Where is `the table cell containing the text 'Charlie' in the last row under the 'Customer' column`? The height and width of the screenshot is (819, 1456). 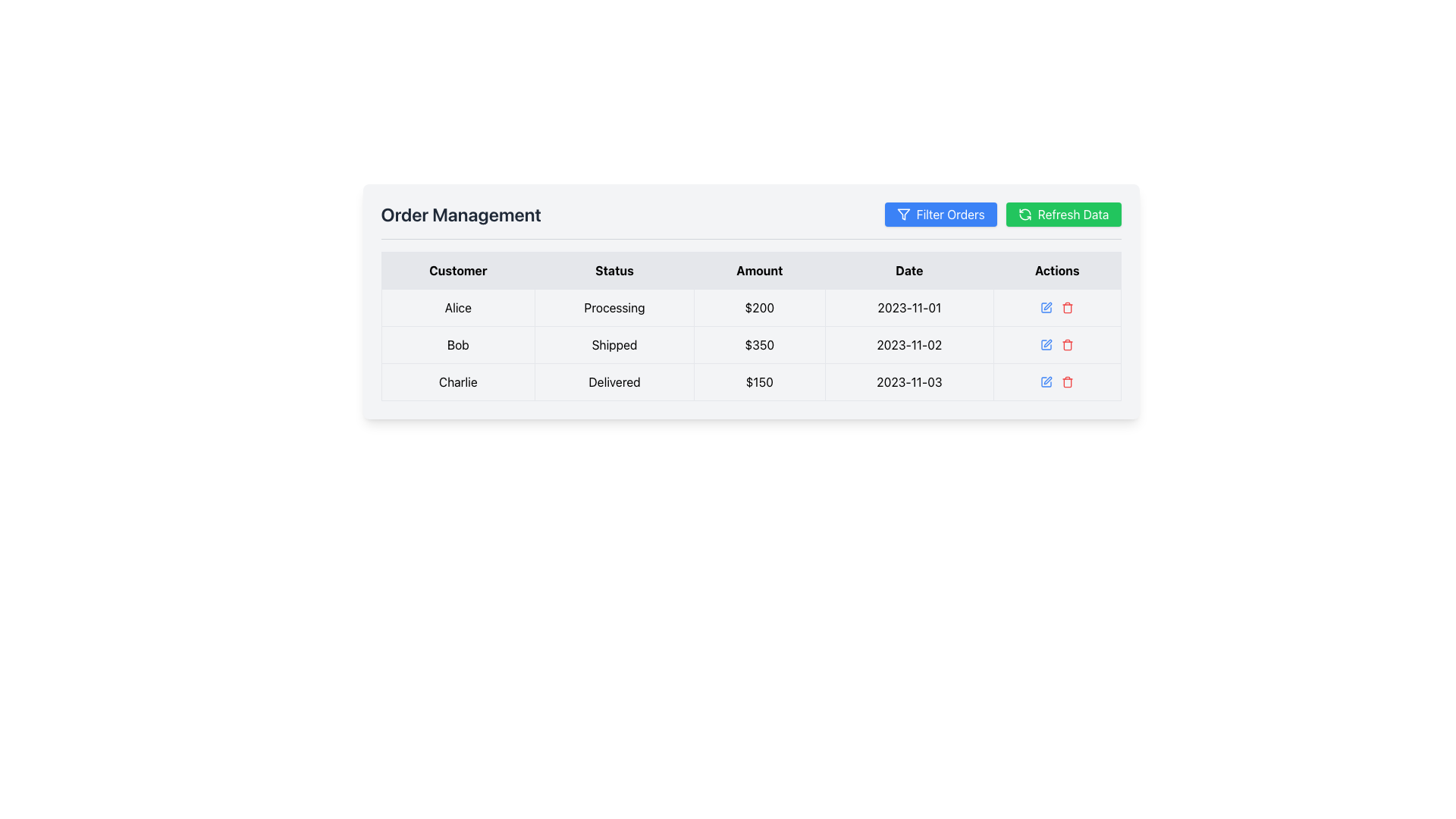
the table cell containing the text 'Charlie' in the last row under the 'Customer' column is located at coordinates (457, 381).